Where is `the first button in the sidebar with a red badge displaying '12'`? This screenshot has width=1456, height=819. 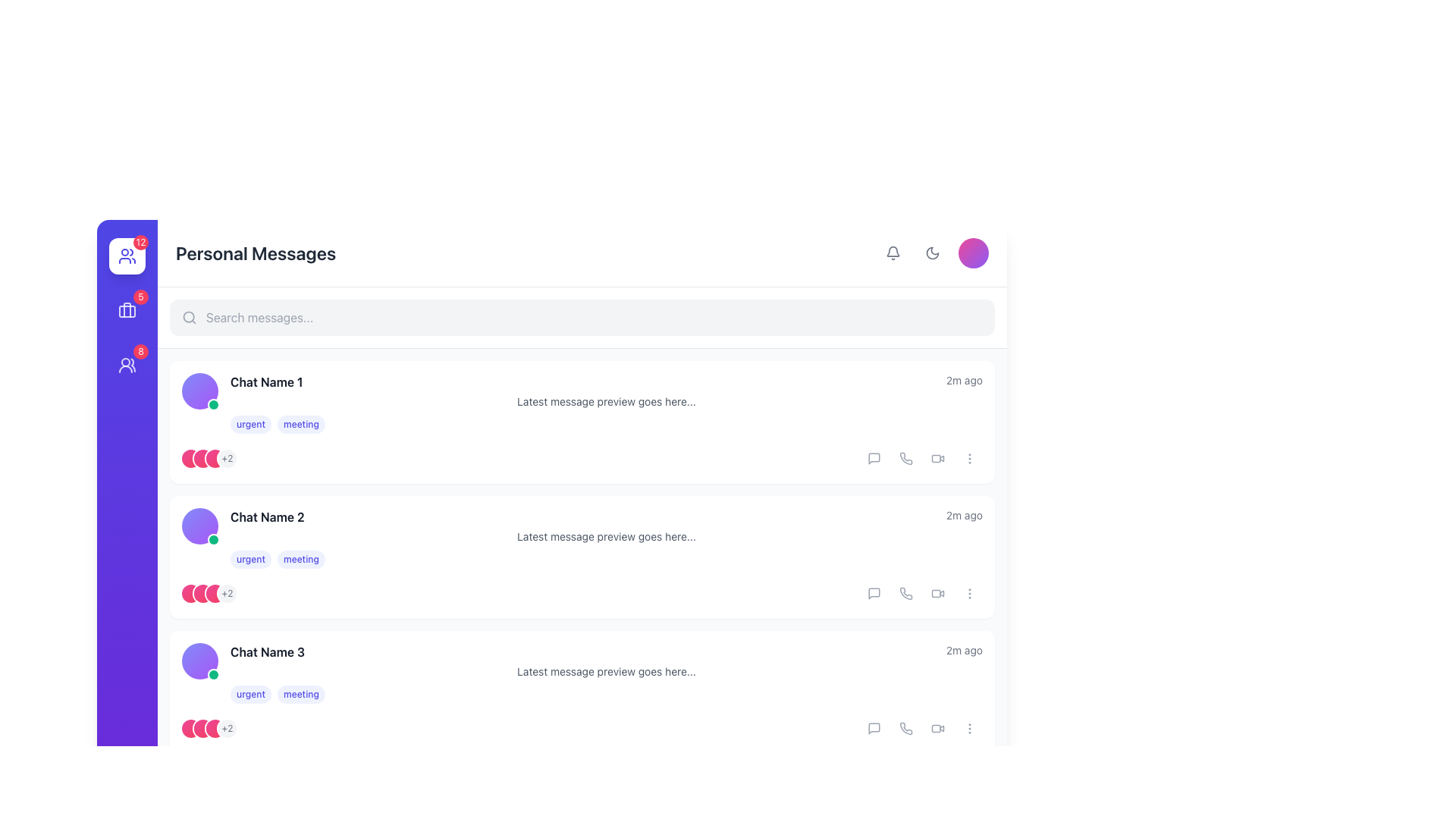
the first button in the sidebar with a red badge displaying '12' is located at coordinates (127, 256).